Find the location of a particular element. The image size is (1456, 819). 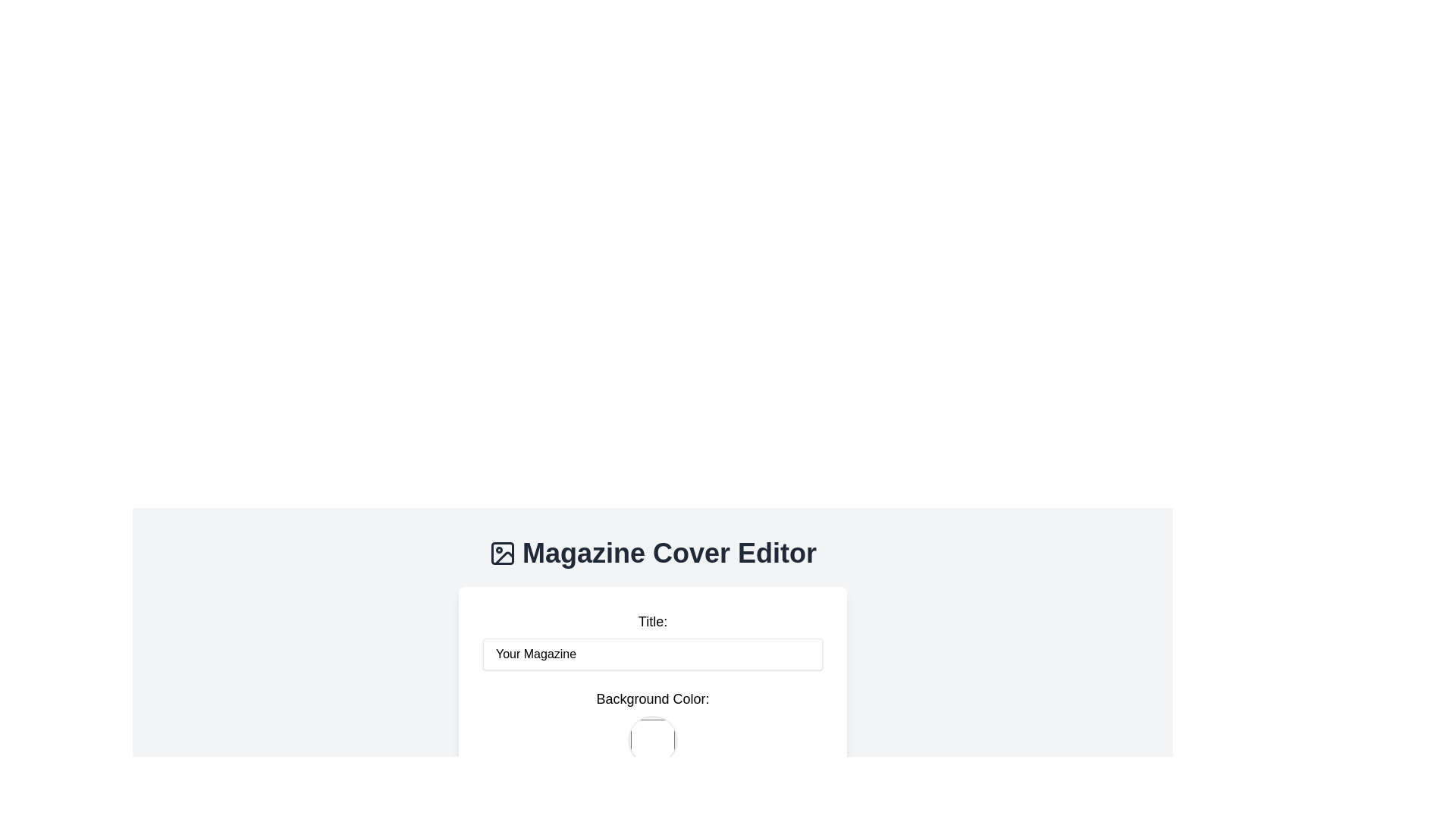

the descriptive text label guiding the user to input the magazine title, which is located at the top-center of the editor interface, above the 'Your Magazine' input field is located at coordinates (652, 622).